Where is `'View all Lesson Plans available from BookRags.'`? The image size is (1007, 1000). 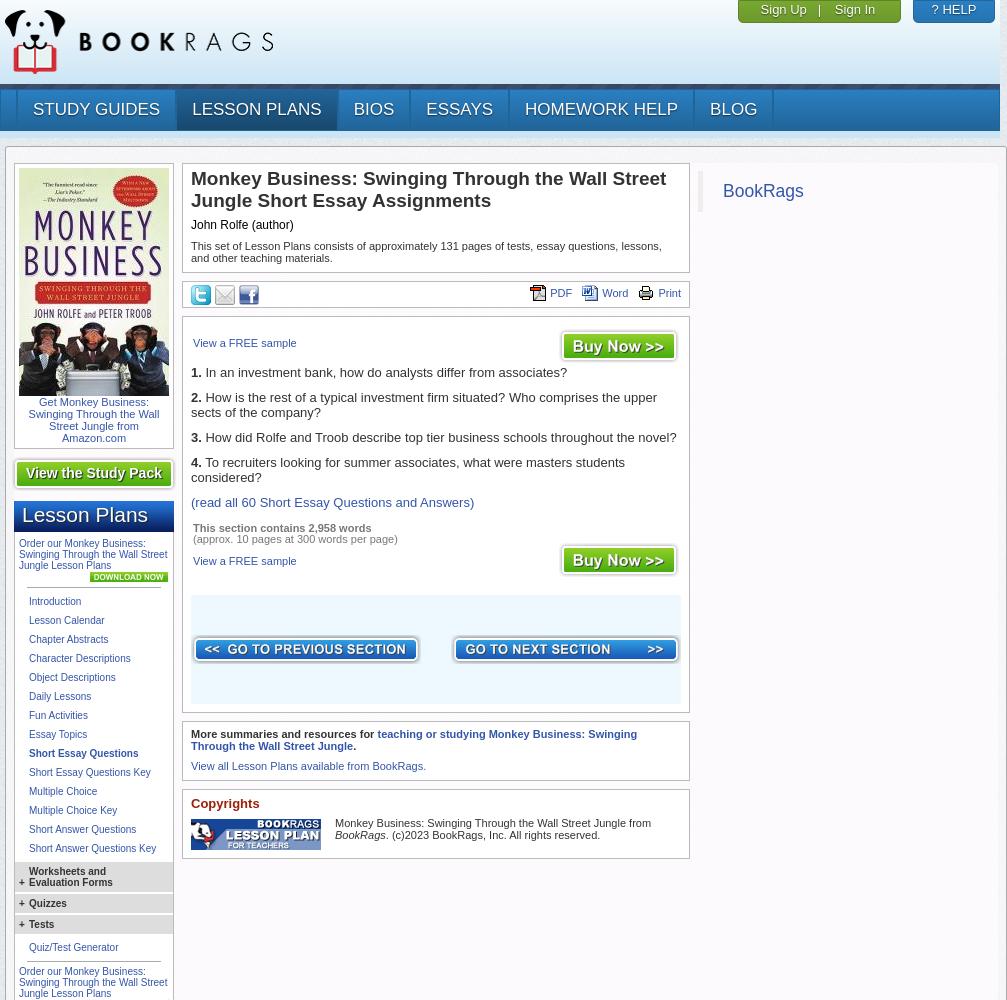
'View all Lesson Plans available from BookRags.' is located at coordinates (308, 766).